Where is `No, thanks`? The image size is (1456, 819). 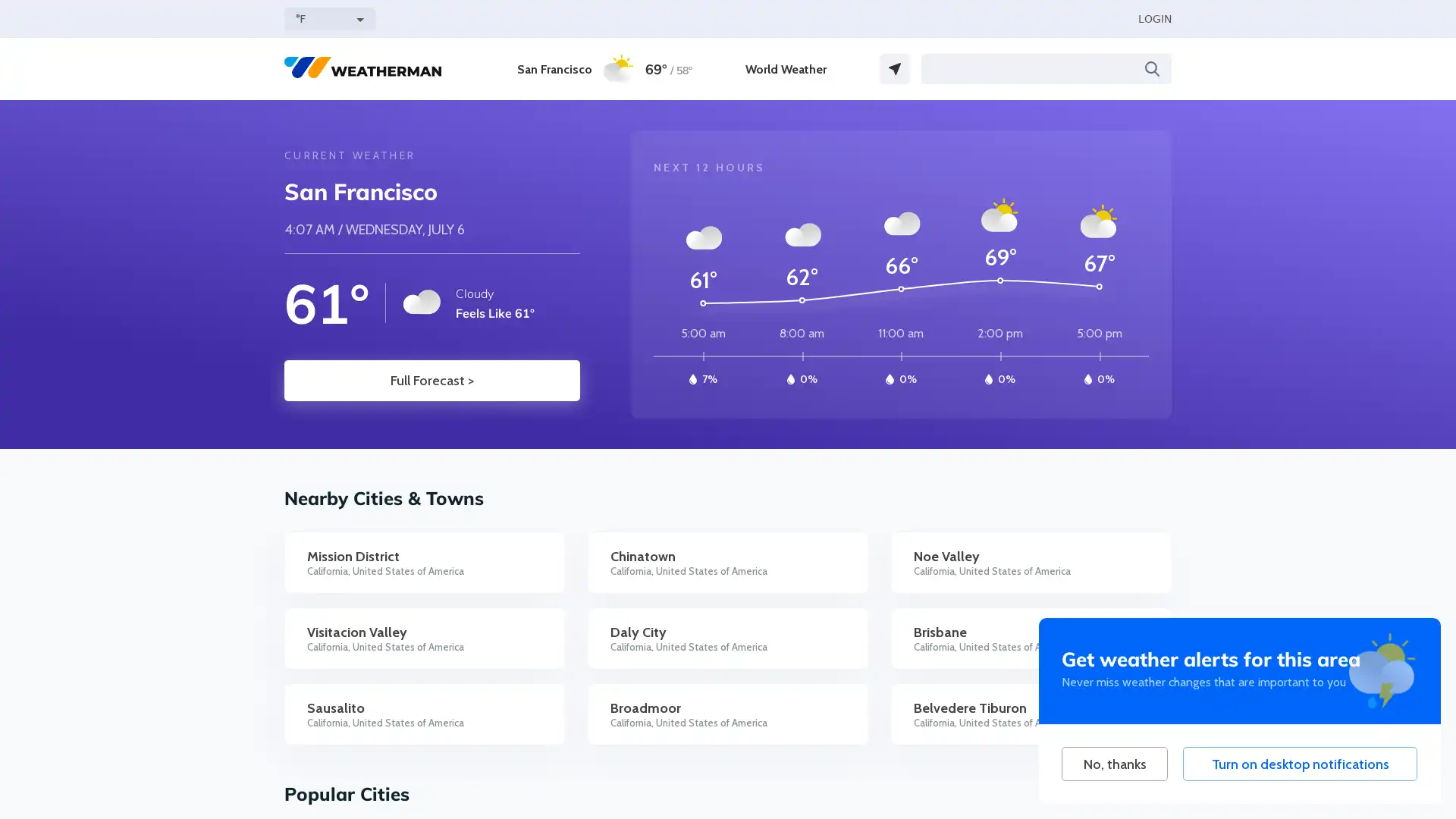
No, thanks is located at coordinates (1114, 764).